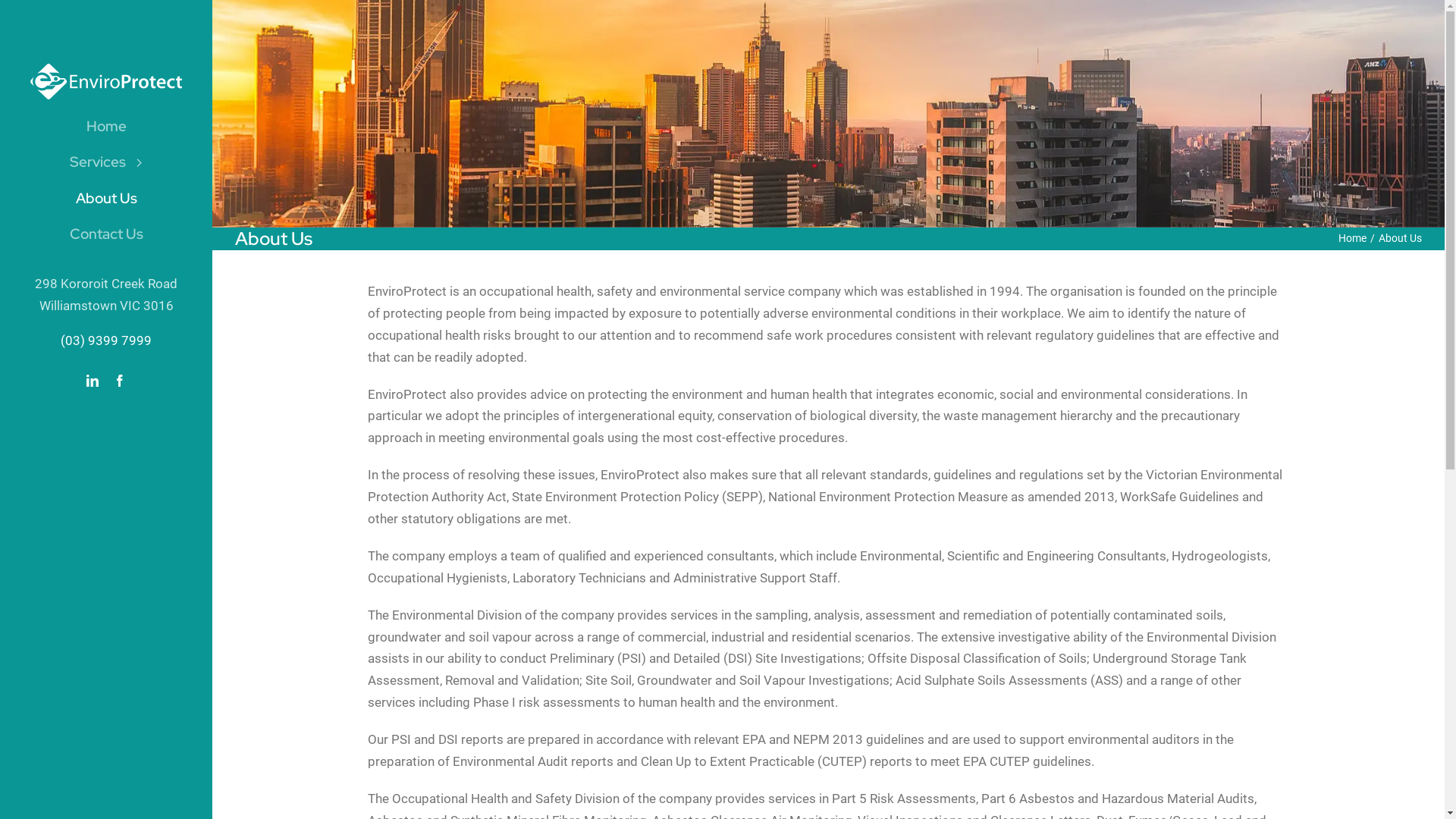 This screenshot has height=819, width=1456. What do you see at coordinates (21, 234) in the screenshot?
I see `'Contact Us'` at bounding box center [21, 234].